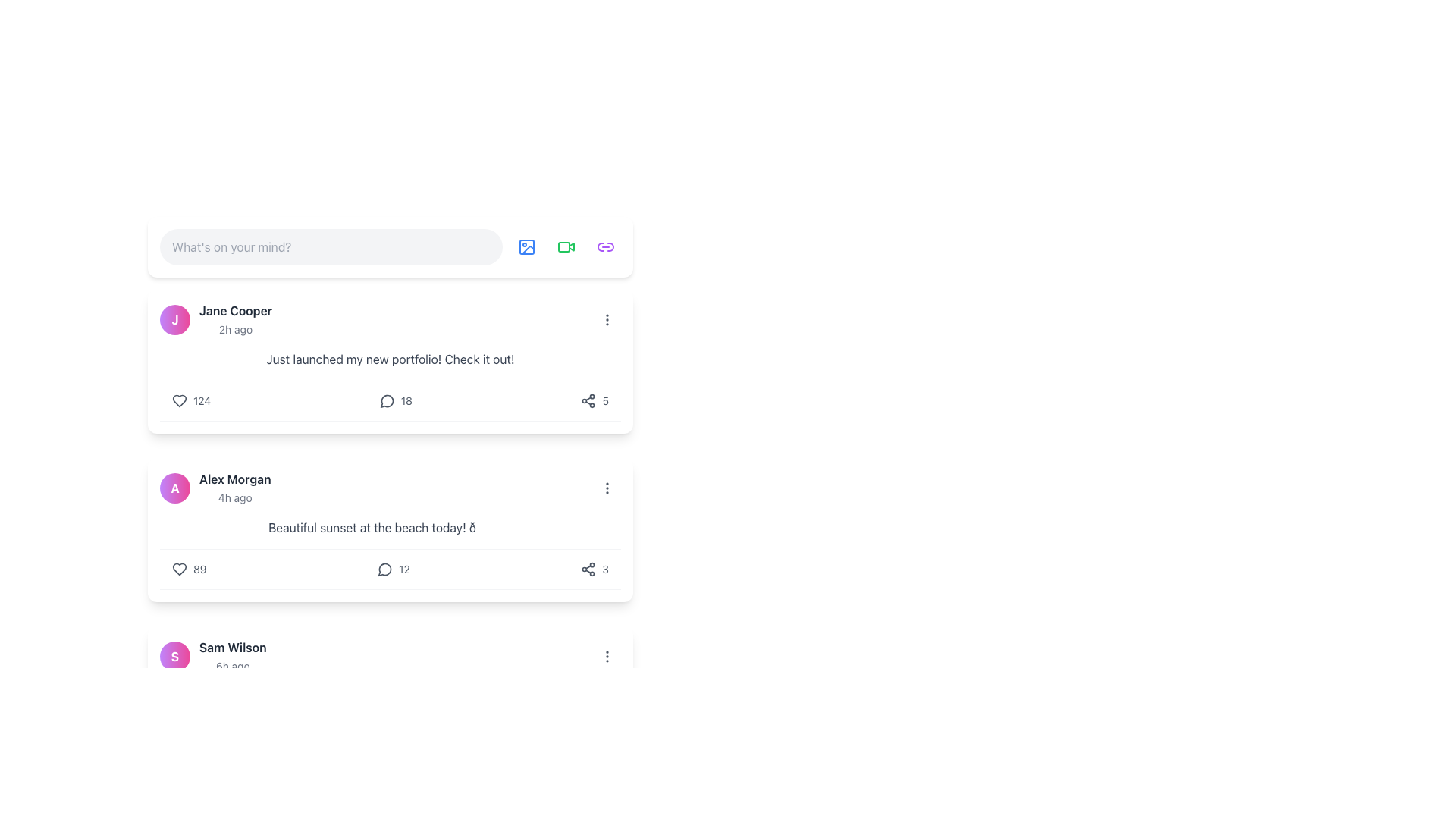  I want to click on the circular button with a green video camera icon located in the toolbar, third button to the right of the 'What's on your mind?' text input field, so click(566, 246).